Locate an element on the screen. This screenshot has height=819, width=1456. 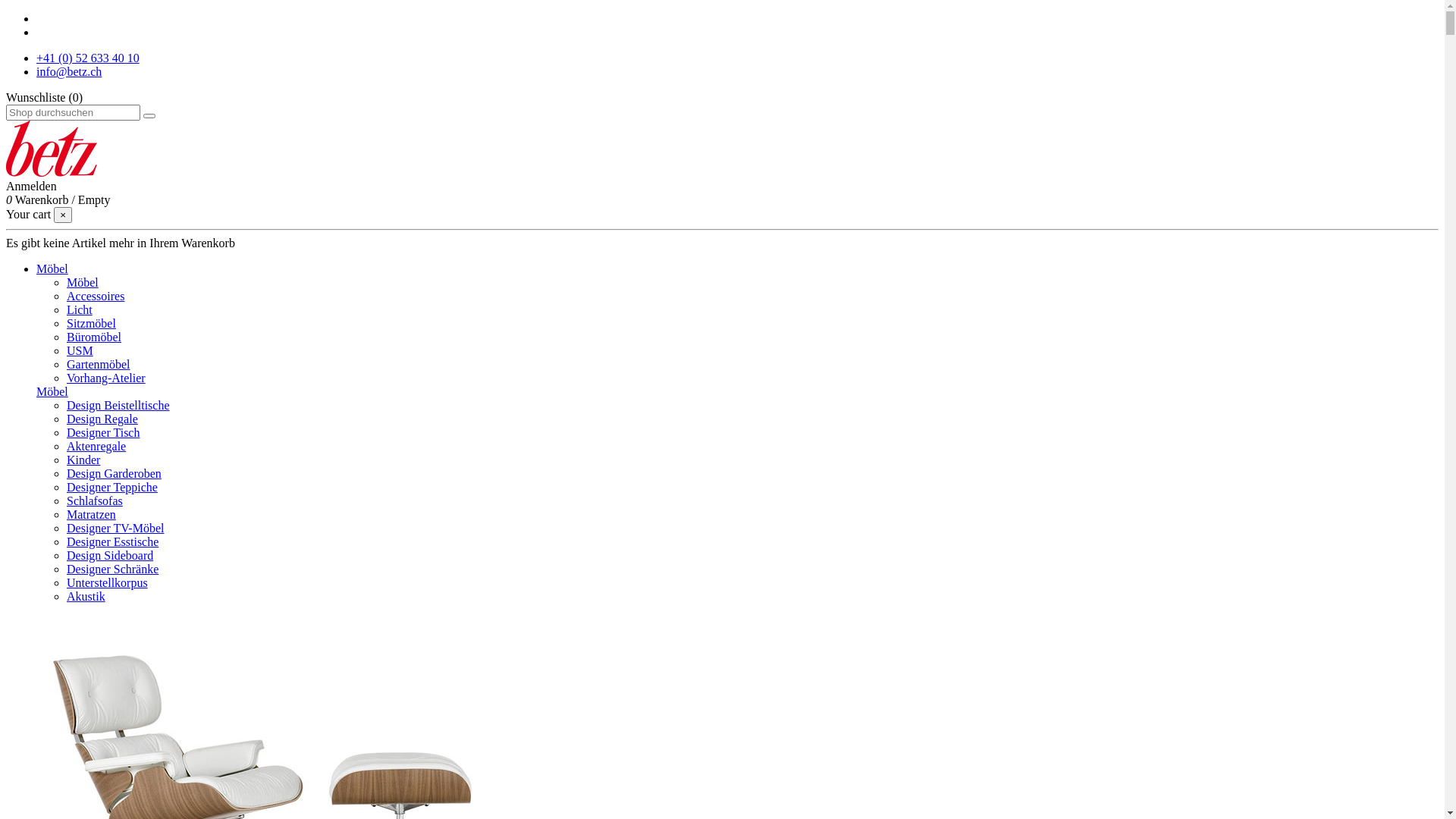
'Designer Tisch' is located at coordinates (102, 432).